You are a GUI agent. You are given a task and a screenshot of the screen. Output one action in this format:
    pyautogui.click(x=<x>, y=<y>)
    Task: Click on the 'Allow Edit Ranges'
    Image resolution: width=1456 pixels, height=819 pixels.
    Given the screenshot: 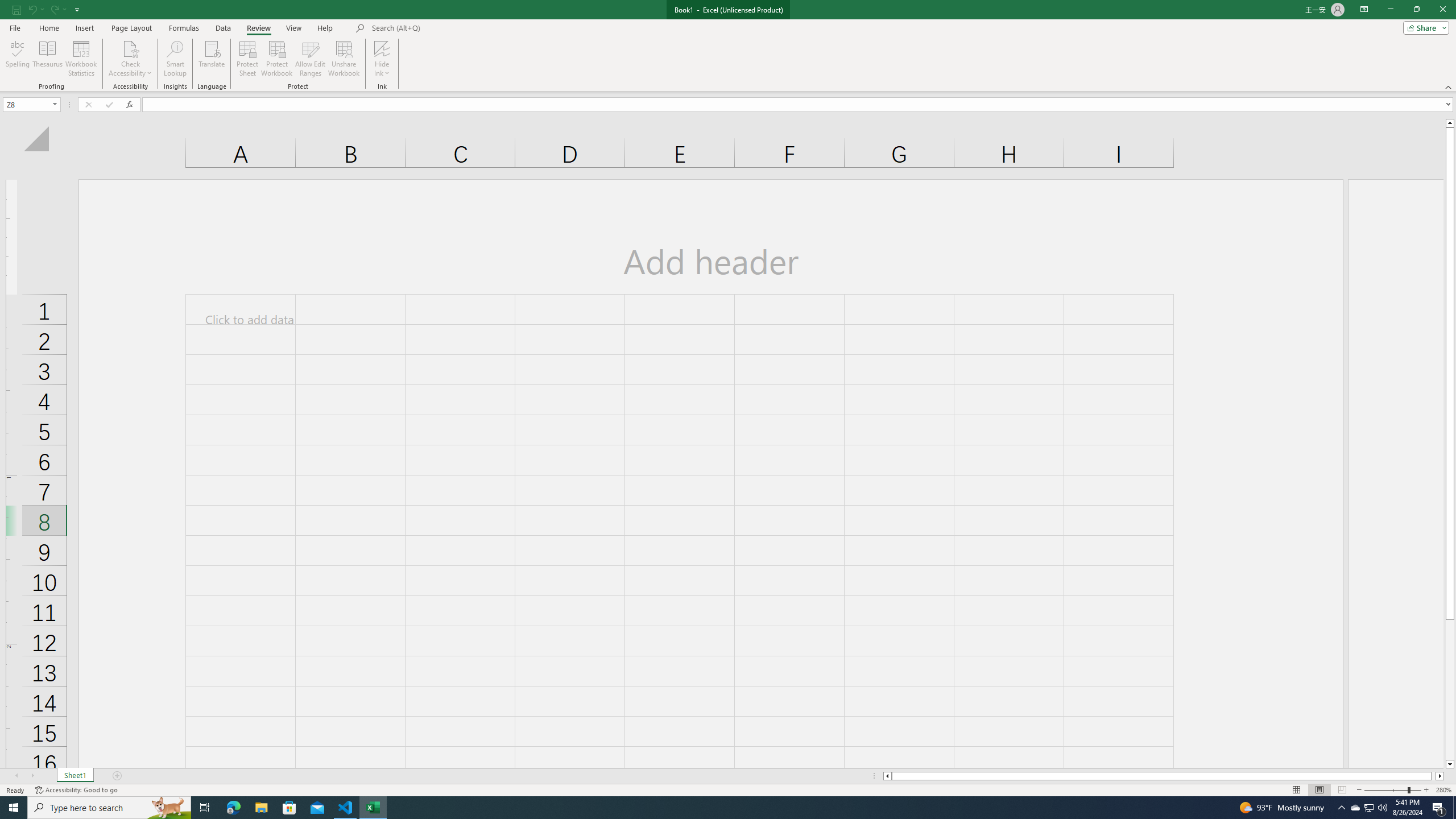 What is the action you would take?
    pyautogui.click(x=311, y=59)
    